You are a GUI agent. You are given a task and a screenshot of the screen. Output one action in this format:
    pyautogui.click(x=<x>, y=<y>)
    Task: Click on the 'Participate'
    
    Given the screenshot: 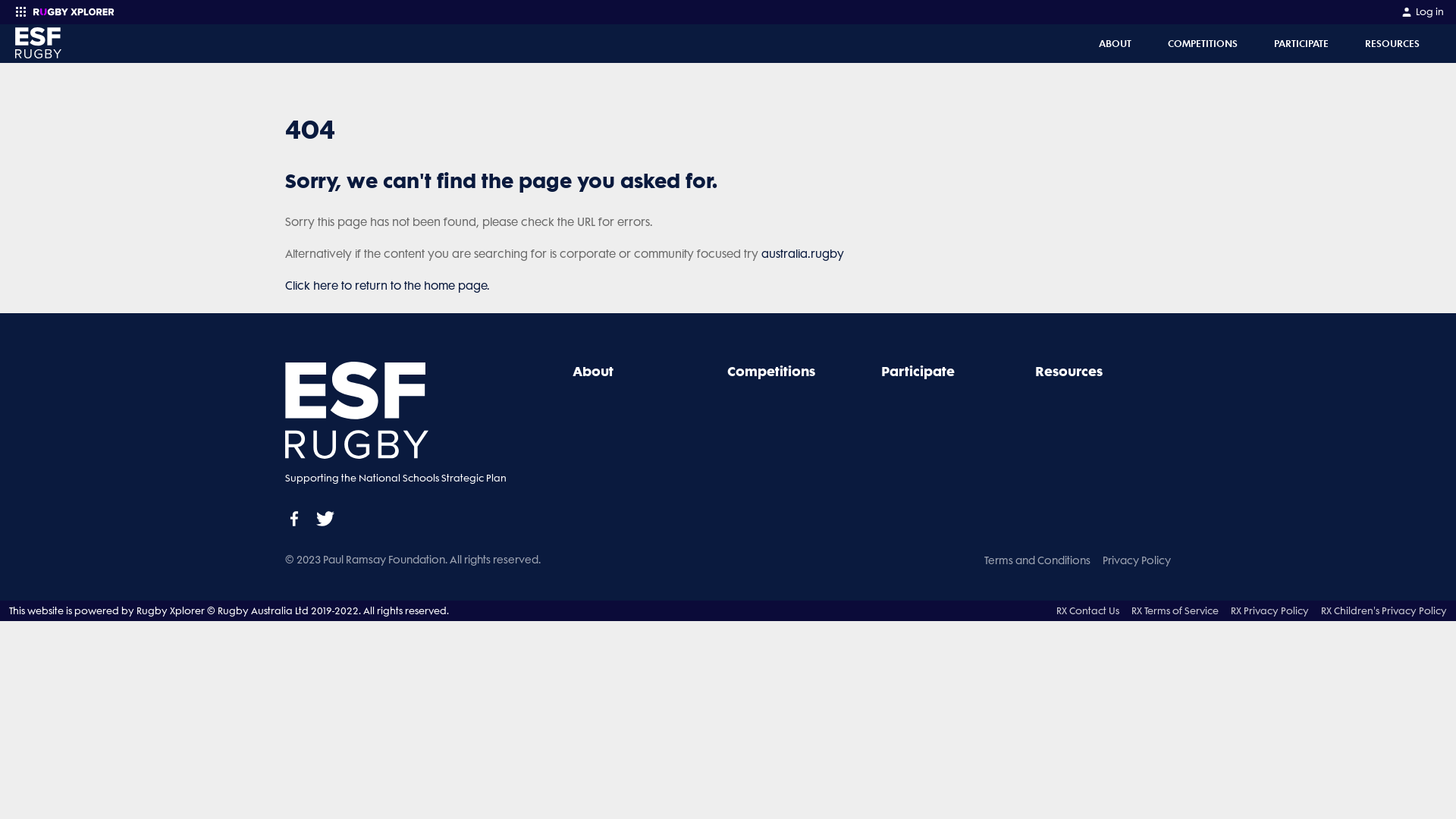 What is the action you would take?
    pyautogui.click(x=880, y=371)
    